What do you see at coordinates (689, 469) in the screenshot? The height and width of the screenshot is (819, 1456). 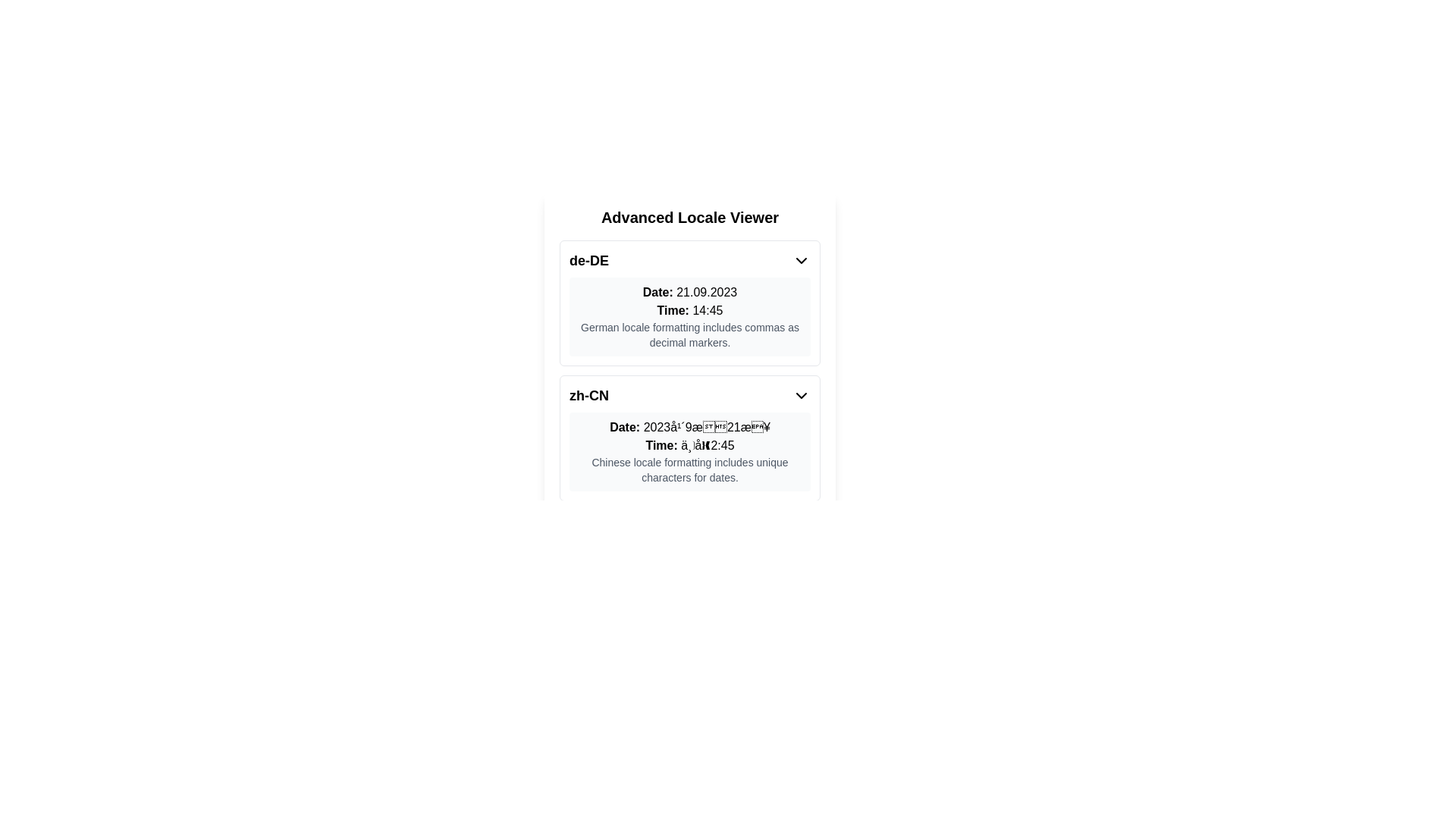 I see `the text element that contains 'Chinese locale formatting includes unique characters for dates.' located under the 'Time:' label in the 'zh-CN' section of the locale viewer` at bounding box center [689, 469].